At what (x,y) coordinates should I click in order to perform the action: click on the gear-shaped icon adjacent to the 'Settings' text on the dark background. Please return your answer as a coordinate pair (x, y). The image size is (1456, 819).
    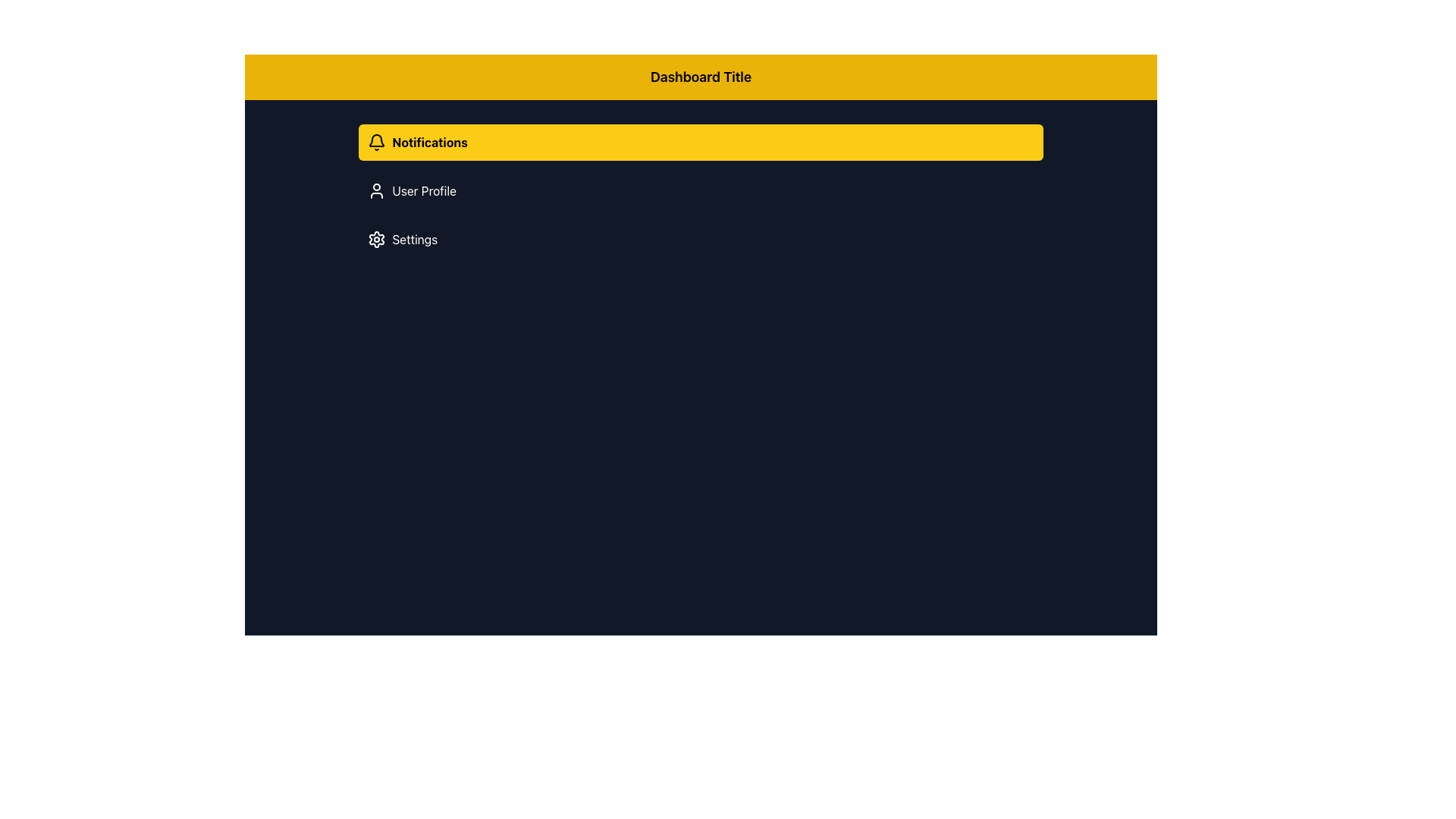
    Looking at the image, I should click on (377, 239).